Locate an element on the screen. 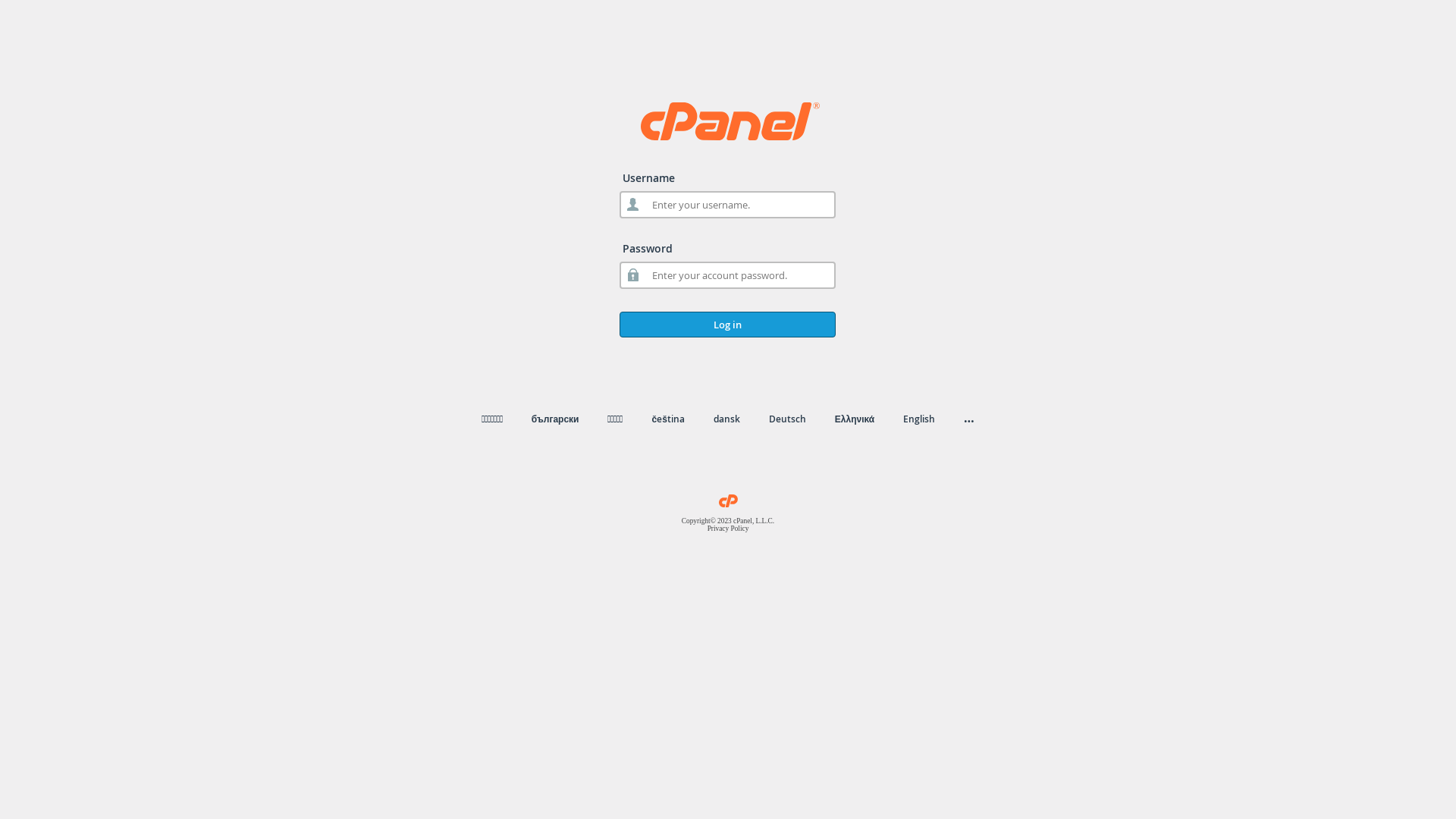 Image resolution: width=1456 pixels, height=819 pixels. 'English' is located at coordinates (902, 419).